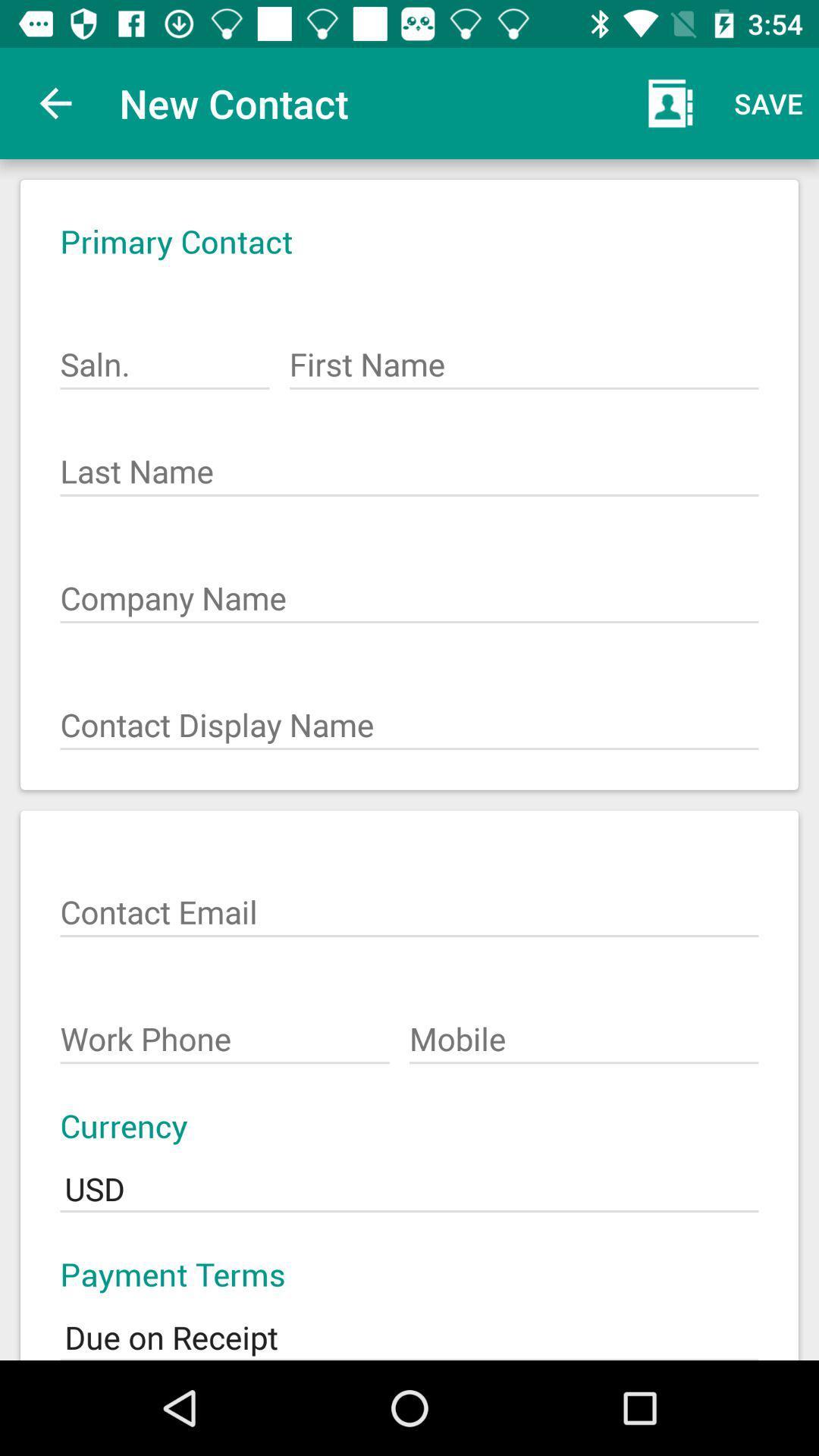 This screenshot has height=1456, width=819. I want to click on icon to the right of new contact icon, so click(670, 102).